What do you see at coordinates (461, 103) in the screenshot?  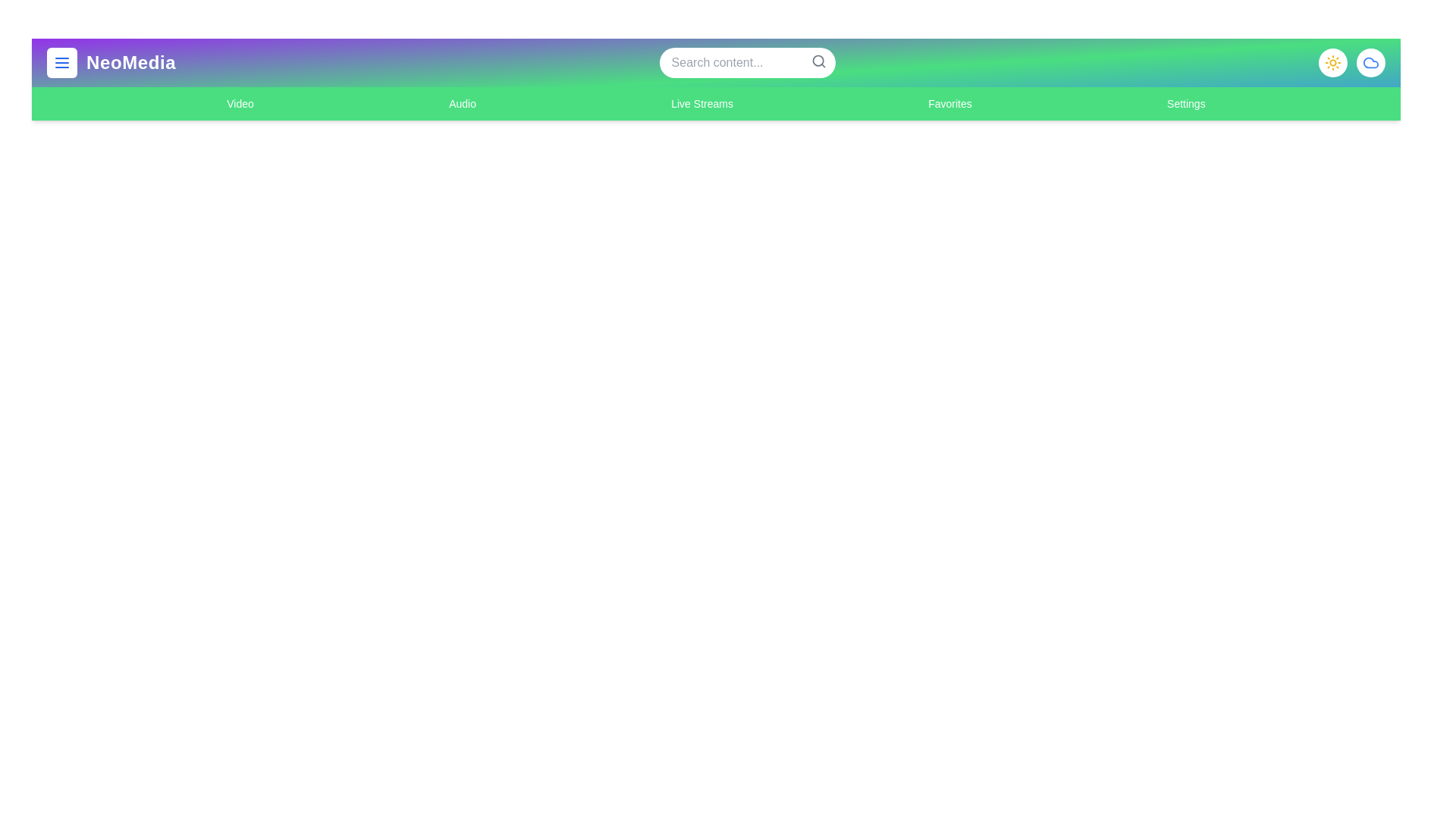 I see `the navigation link labeled Audio` at bounding box center [461, 103].